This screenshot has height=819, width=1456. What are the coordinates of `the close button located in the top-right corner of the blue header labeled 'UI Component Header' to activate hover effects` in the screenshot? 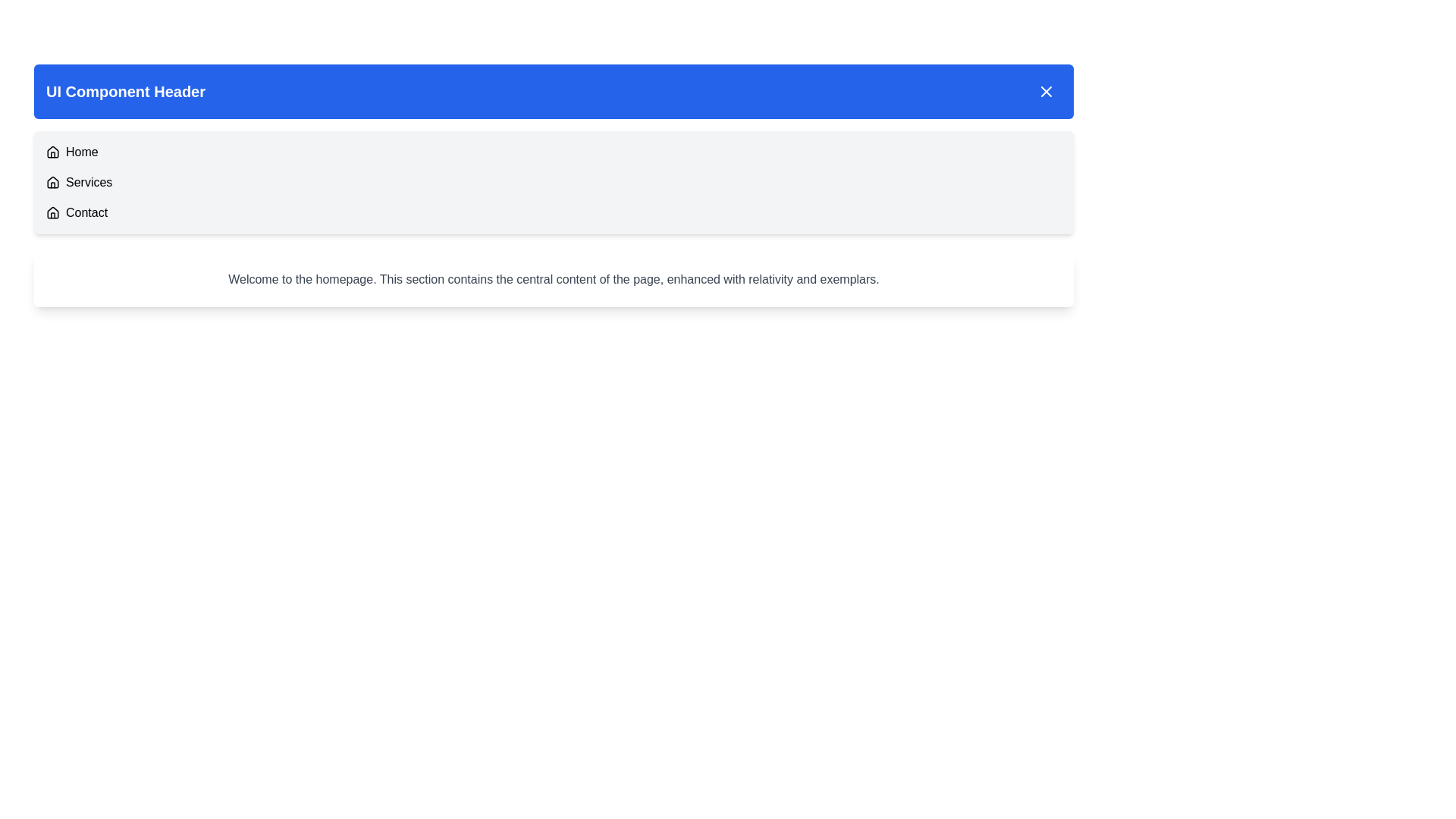 It's located at (1046, 91).